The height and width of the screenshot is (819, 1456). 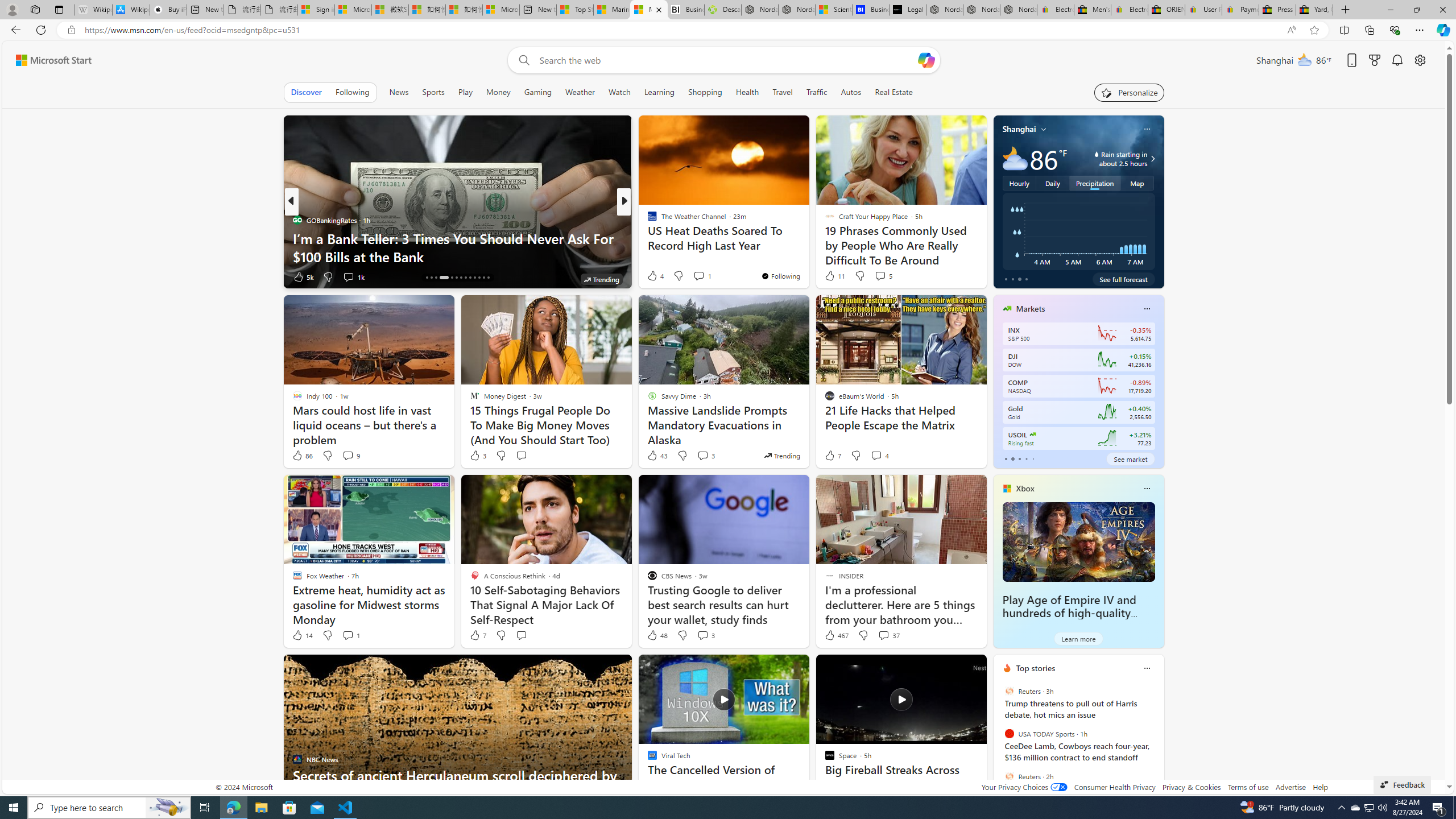 What do you see at coordinates (1019, 183) in the screenshot?
I see `'Hourly'` at bounding box center [1019, 183].